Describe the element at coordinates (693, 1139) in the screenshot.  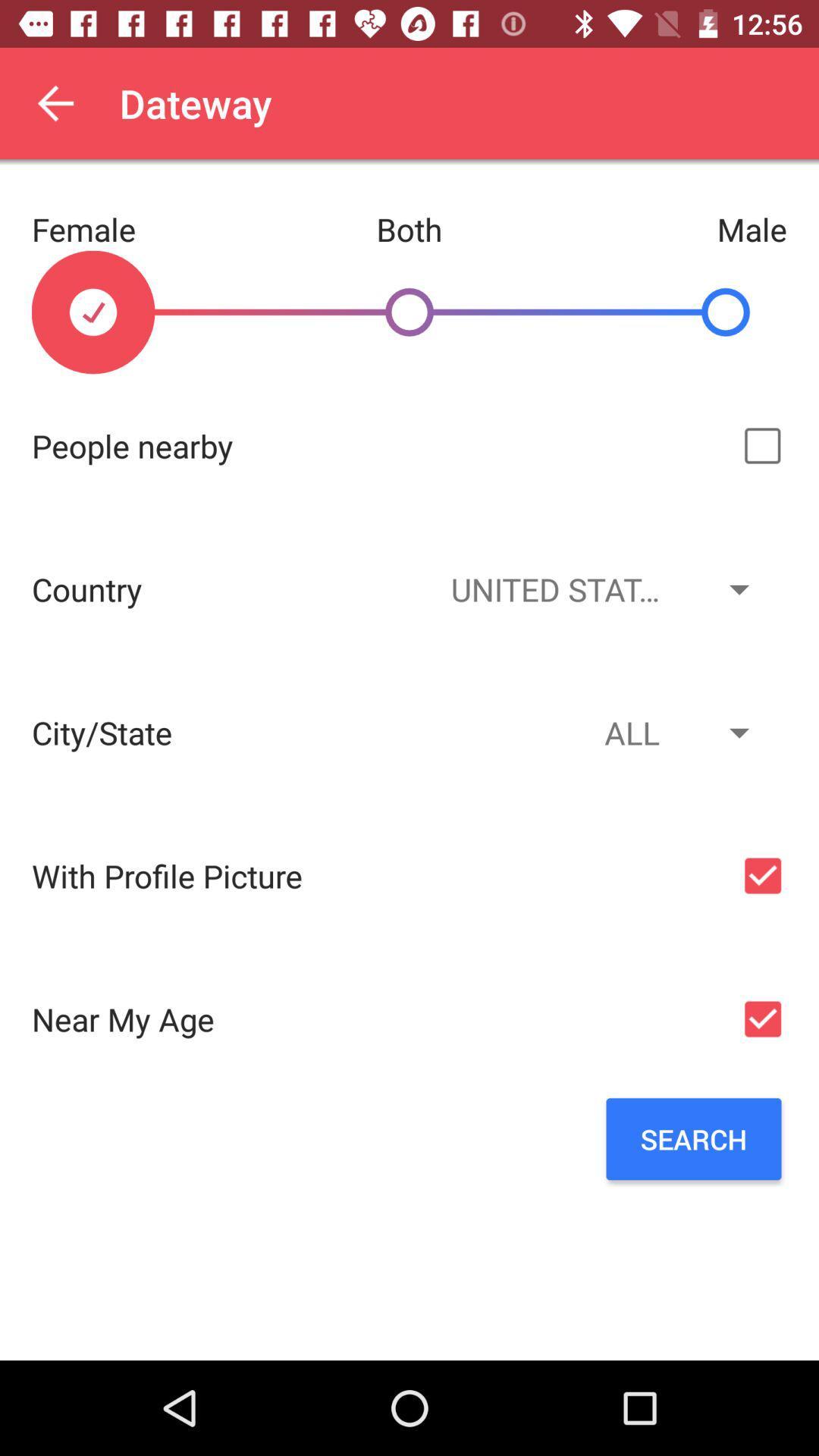
I see `the search item` at that location.